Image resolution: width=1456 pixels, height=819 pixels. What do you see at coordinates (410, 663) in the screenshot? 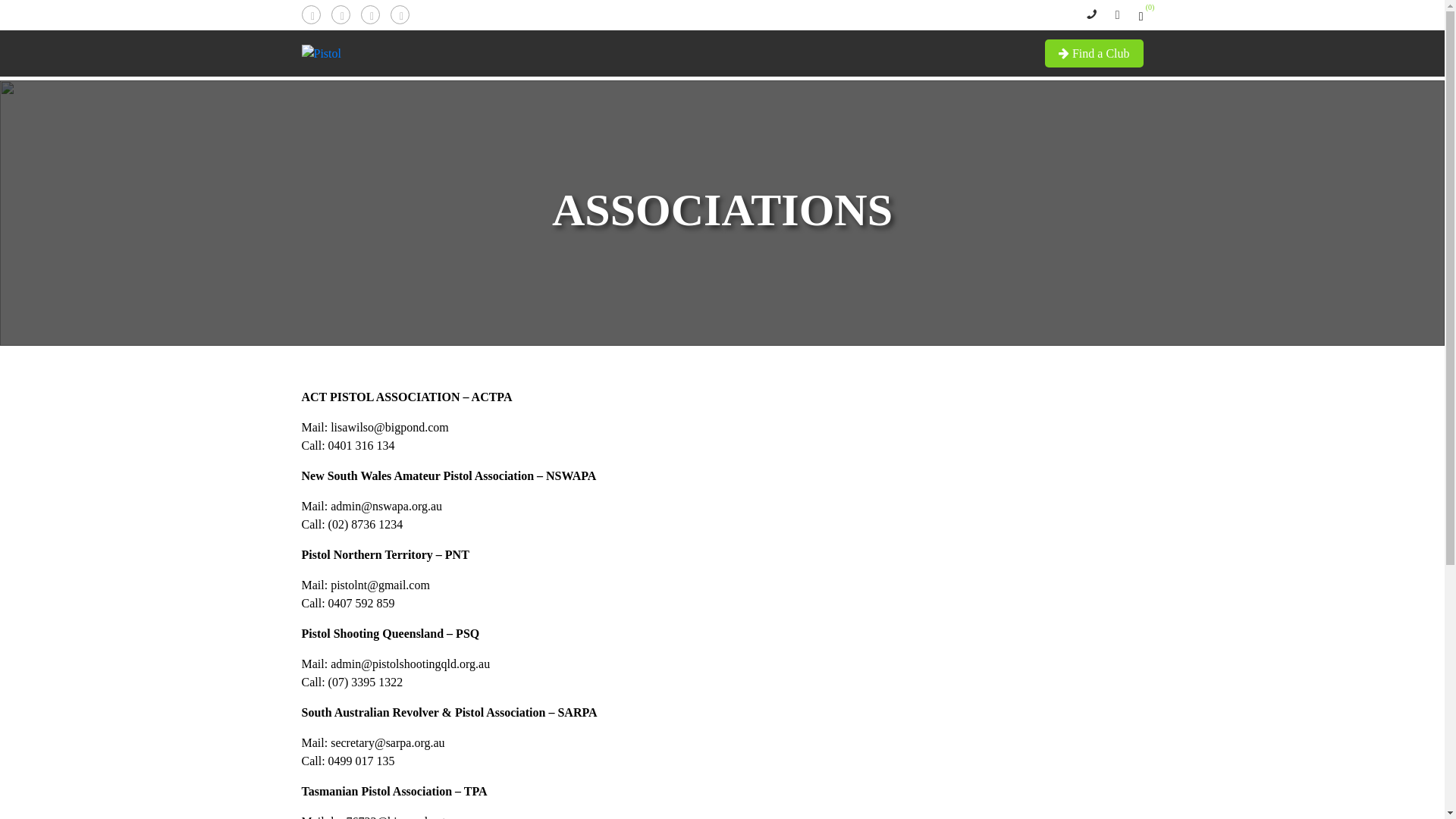
I see `'admin@pistolshootingqld.org.au'` at bounding box center [410, 663].